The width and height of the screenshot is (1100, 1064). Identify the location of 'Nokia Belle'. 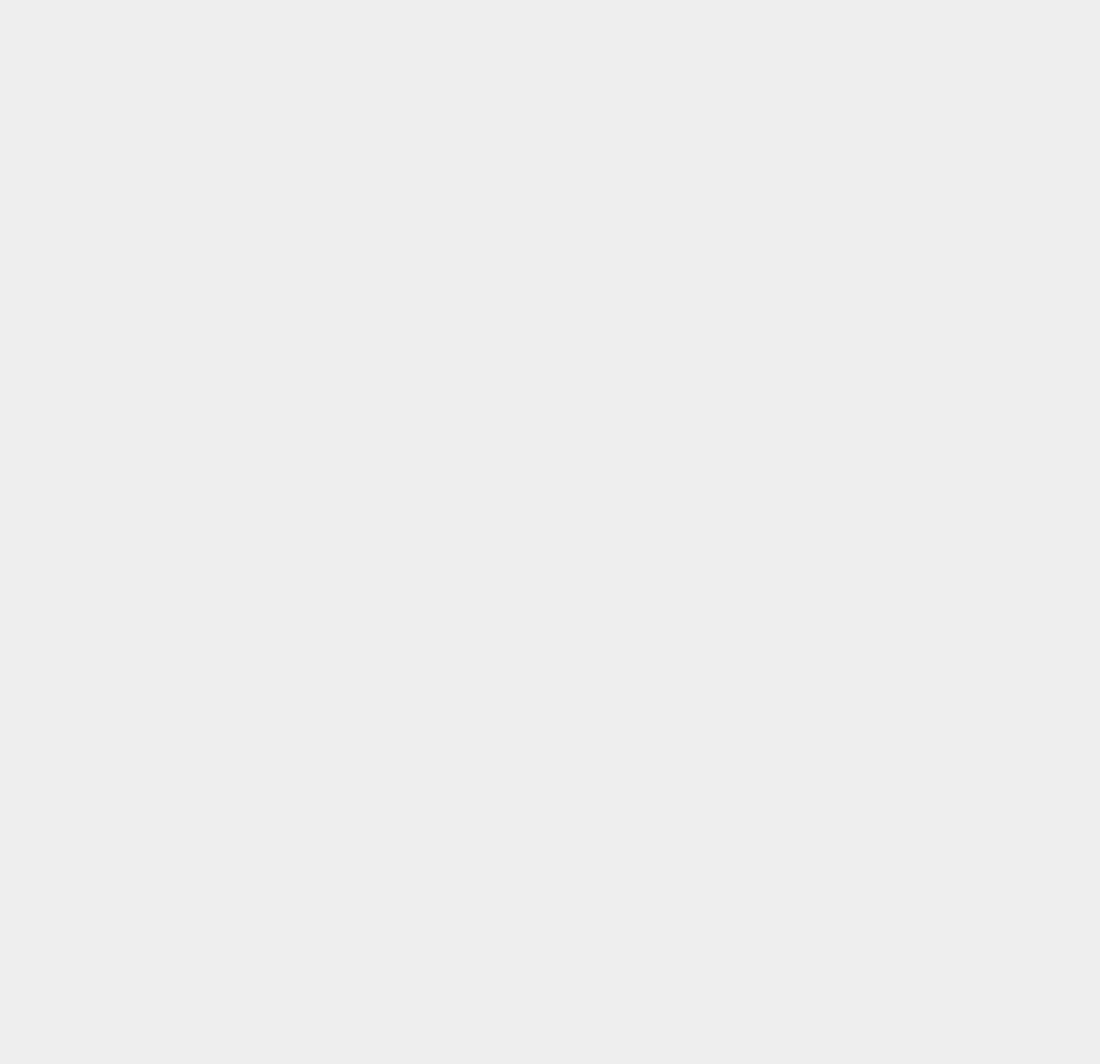
(812, 311).